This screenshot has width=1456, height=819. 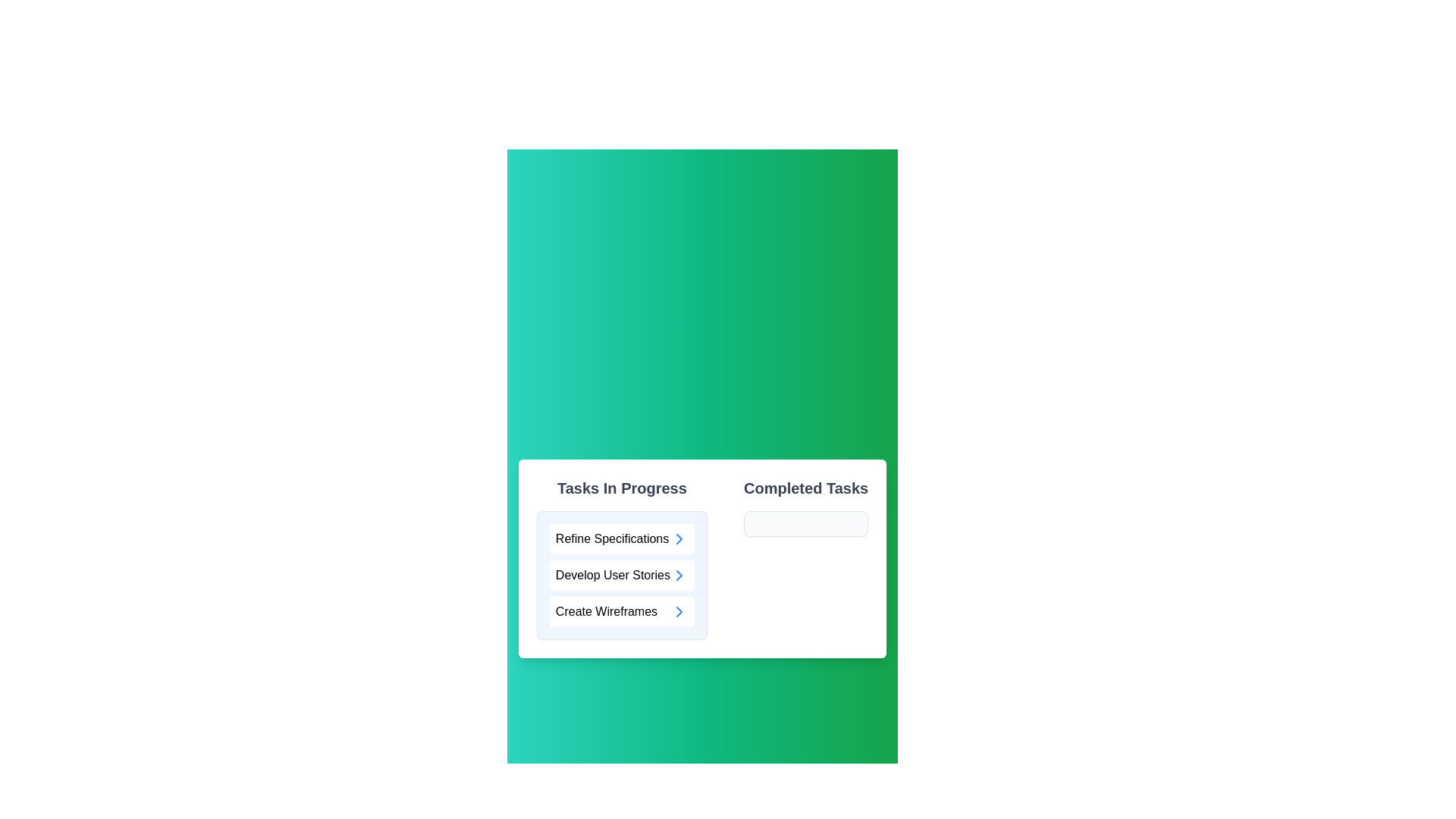 I want to click on the task Develop User Stories to highlight it, so click(x=622, y=576).